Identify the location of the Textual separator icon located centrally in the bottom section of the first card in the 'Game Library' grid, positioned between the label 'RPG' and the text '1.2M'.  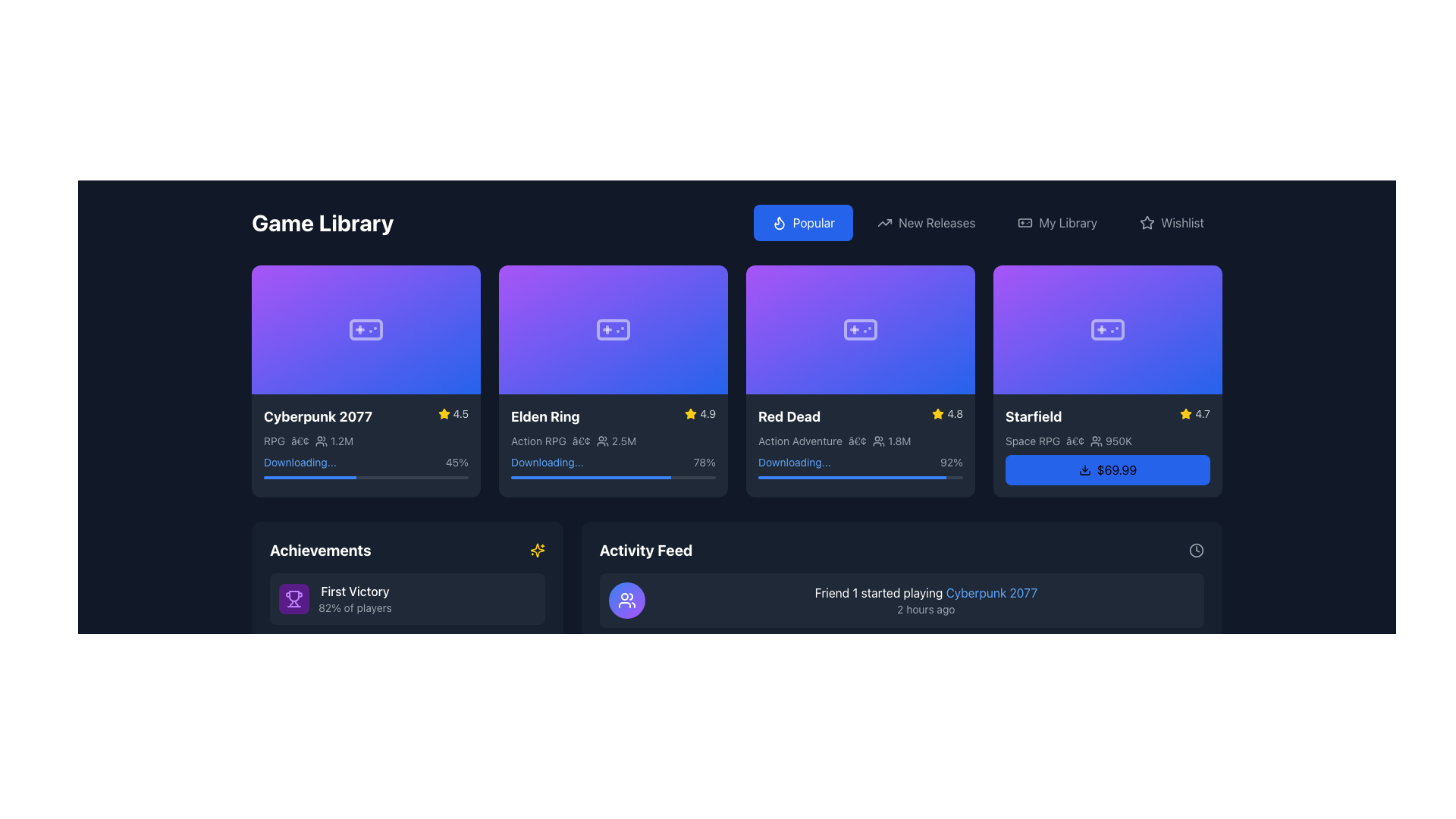
(300, 441).